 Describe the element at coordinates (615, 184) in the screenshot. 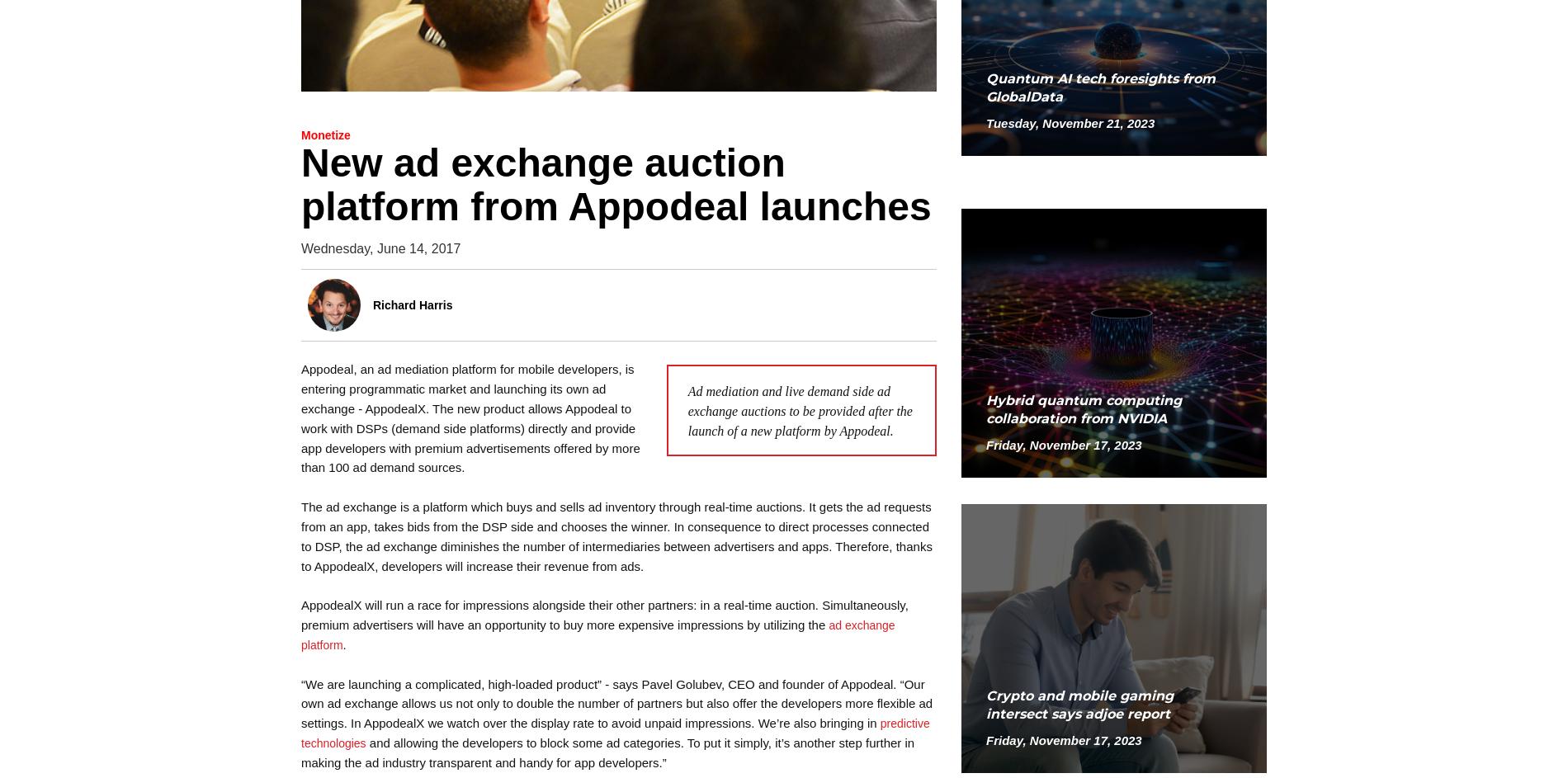

I see `'New ad exchange auction platform from Appodeal launches'` at that location.